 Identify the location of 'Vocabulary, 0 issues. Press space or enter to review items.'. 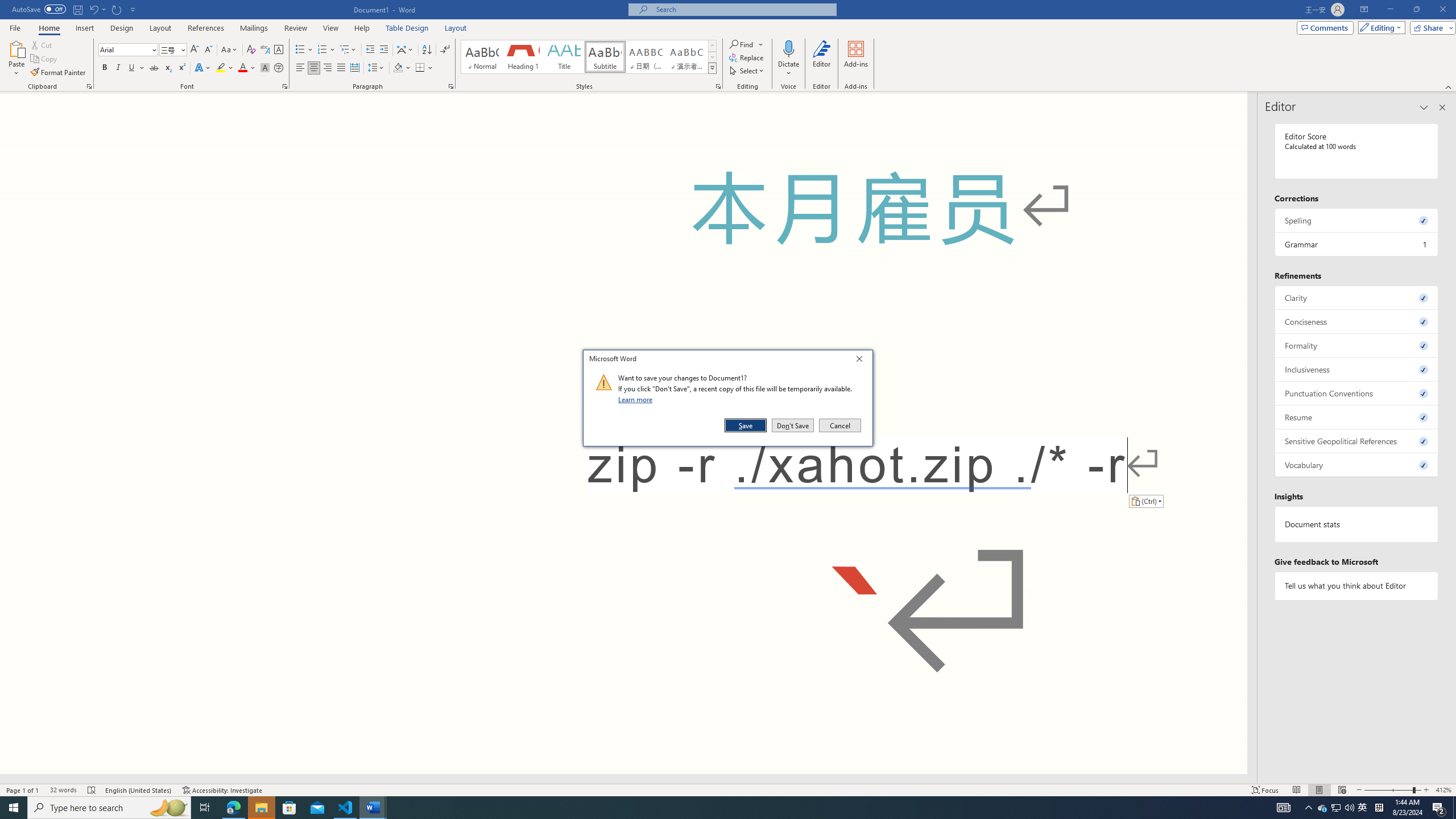
(1356, 464).